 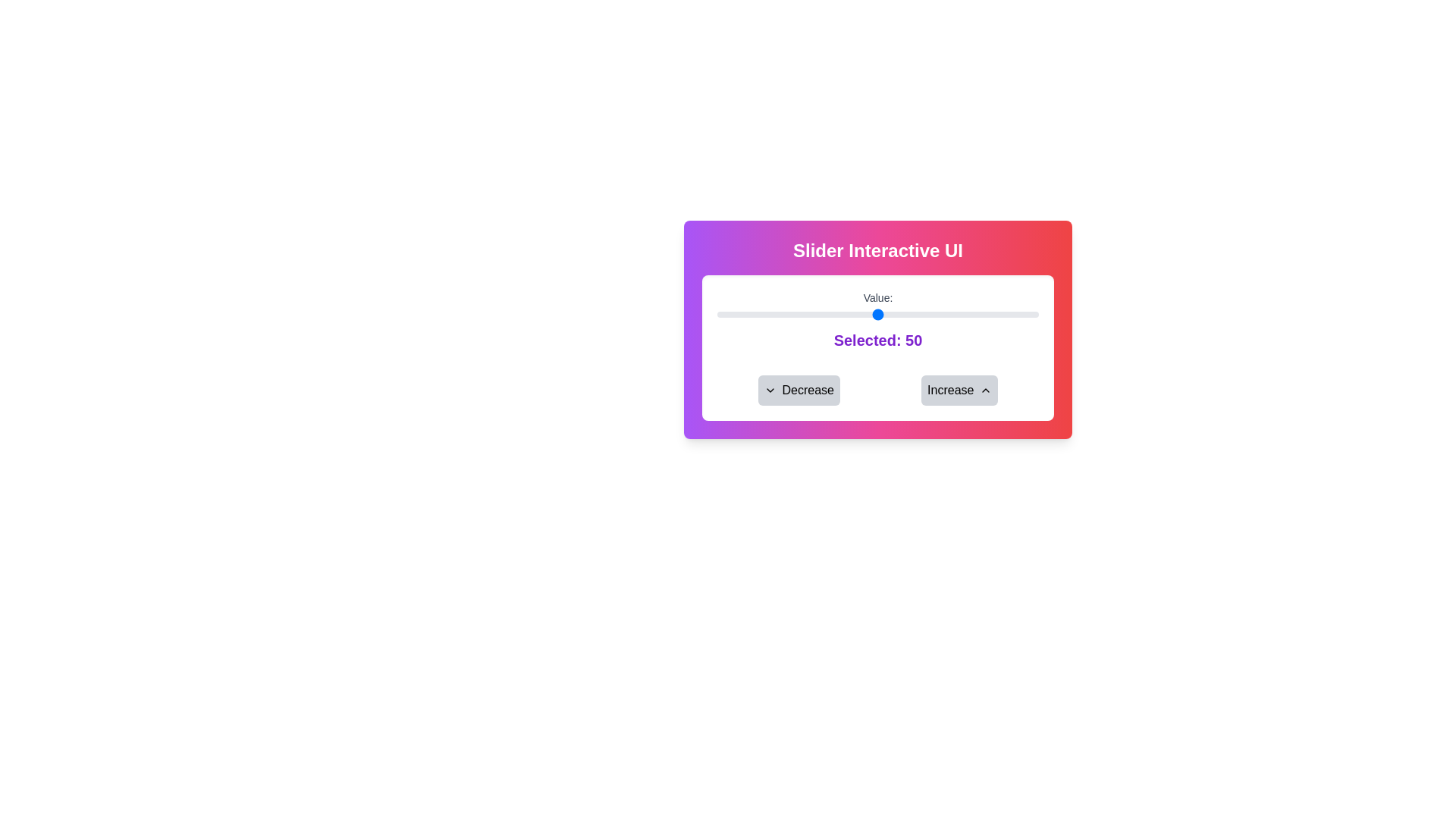 I want to click on the 'Increase' button, which is a rectangular button with a grey background and the text 'Increase' in black, positioned to the right of the 'Decrease' button, so click(x=959, y=390).